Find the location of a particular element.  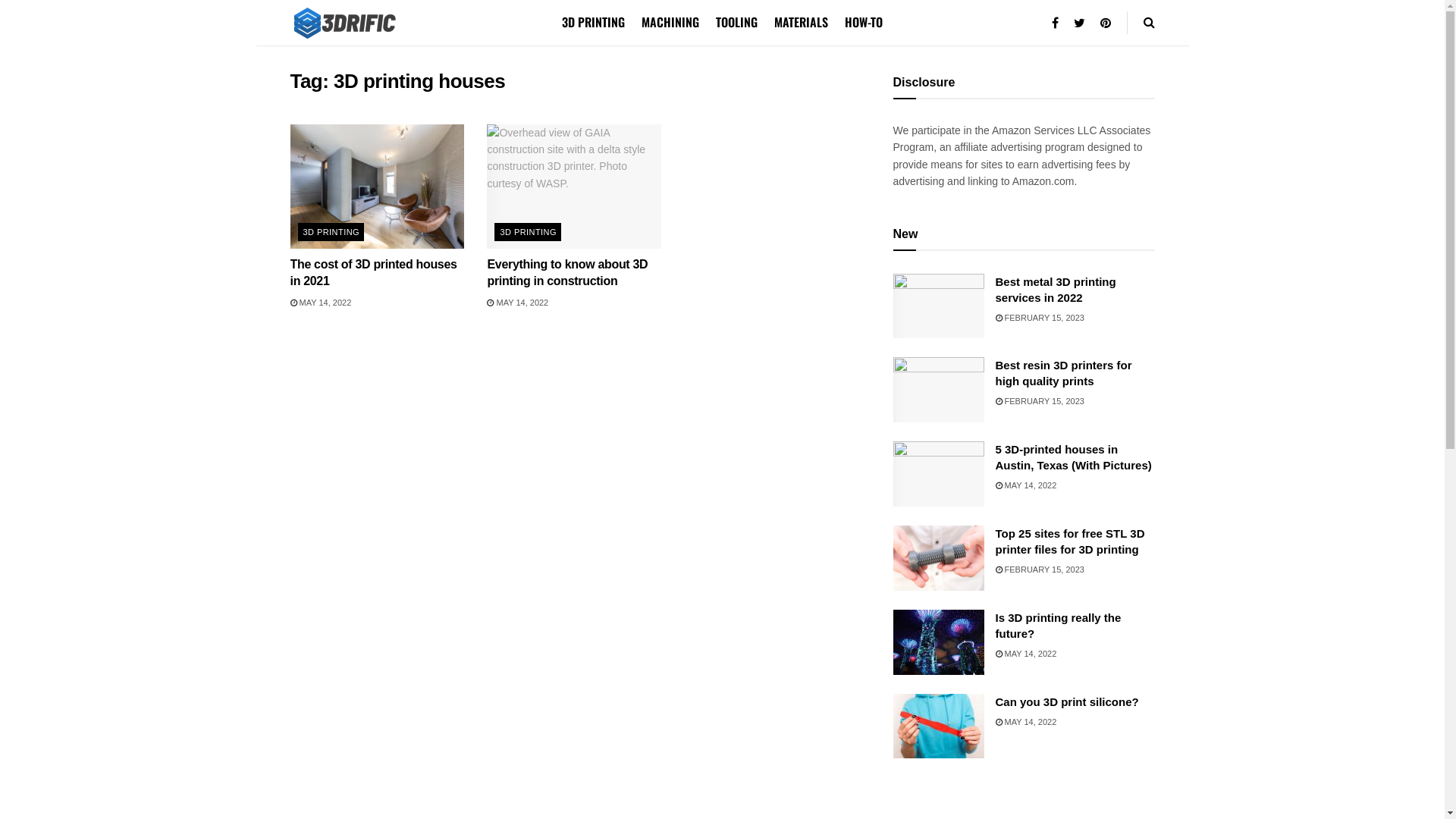

'FEBRUARY 15, 2023' is located at coordinates (1038, 570).